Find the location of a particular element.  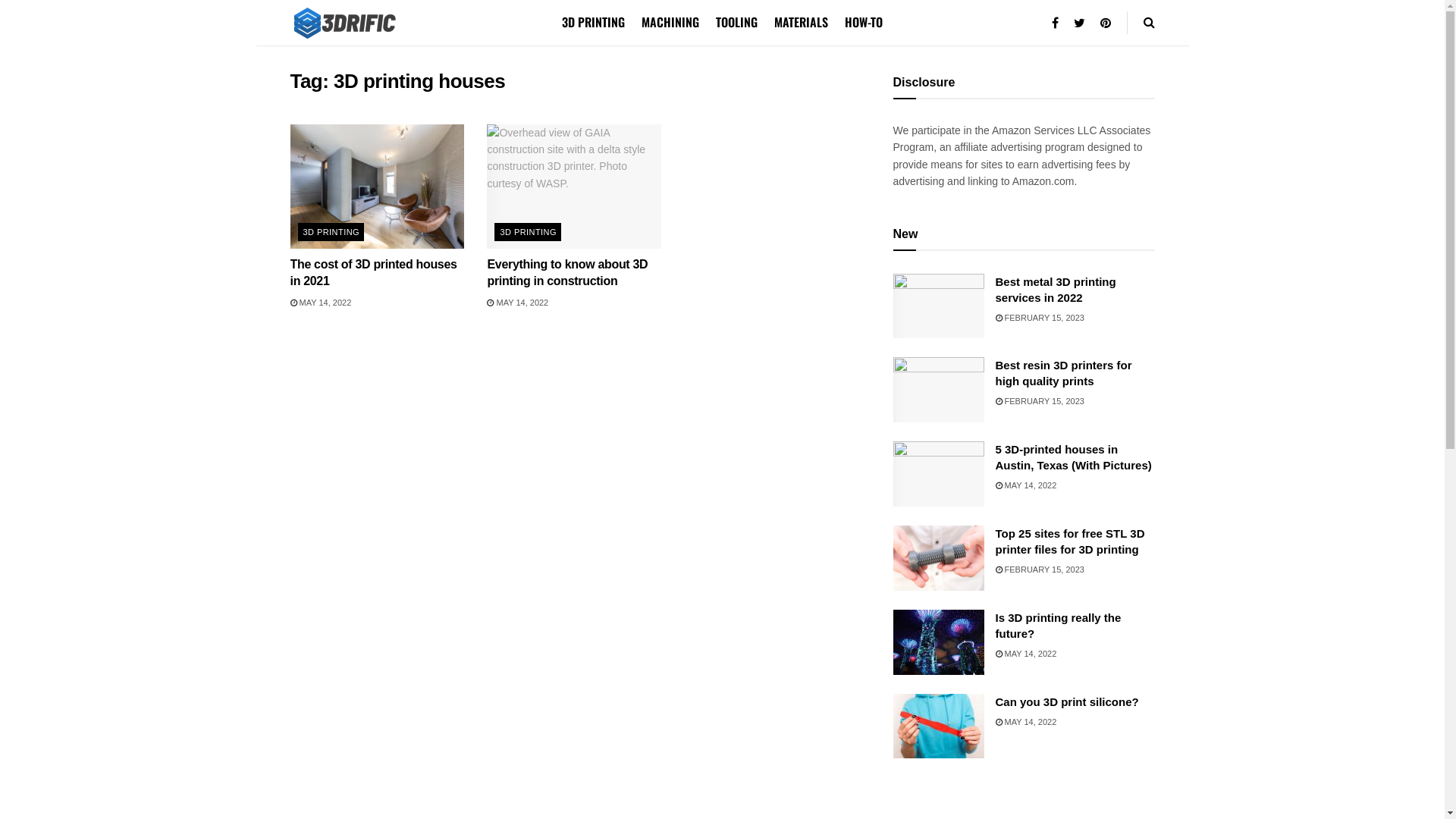

'FEBRUARY 15, 2023' is located at coordinates (1038, 570).